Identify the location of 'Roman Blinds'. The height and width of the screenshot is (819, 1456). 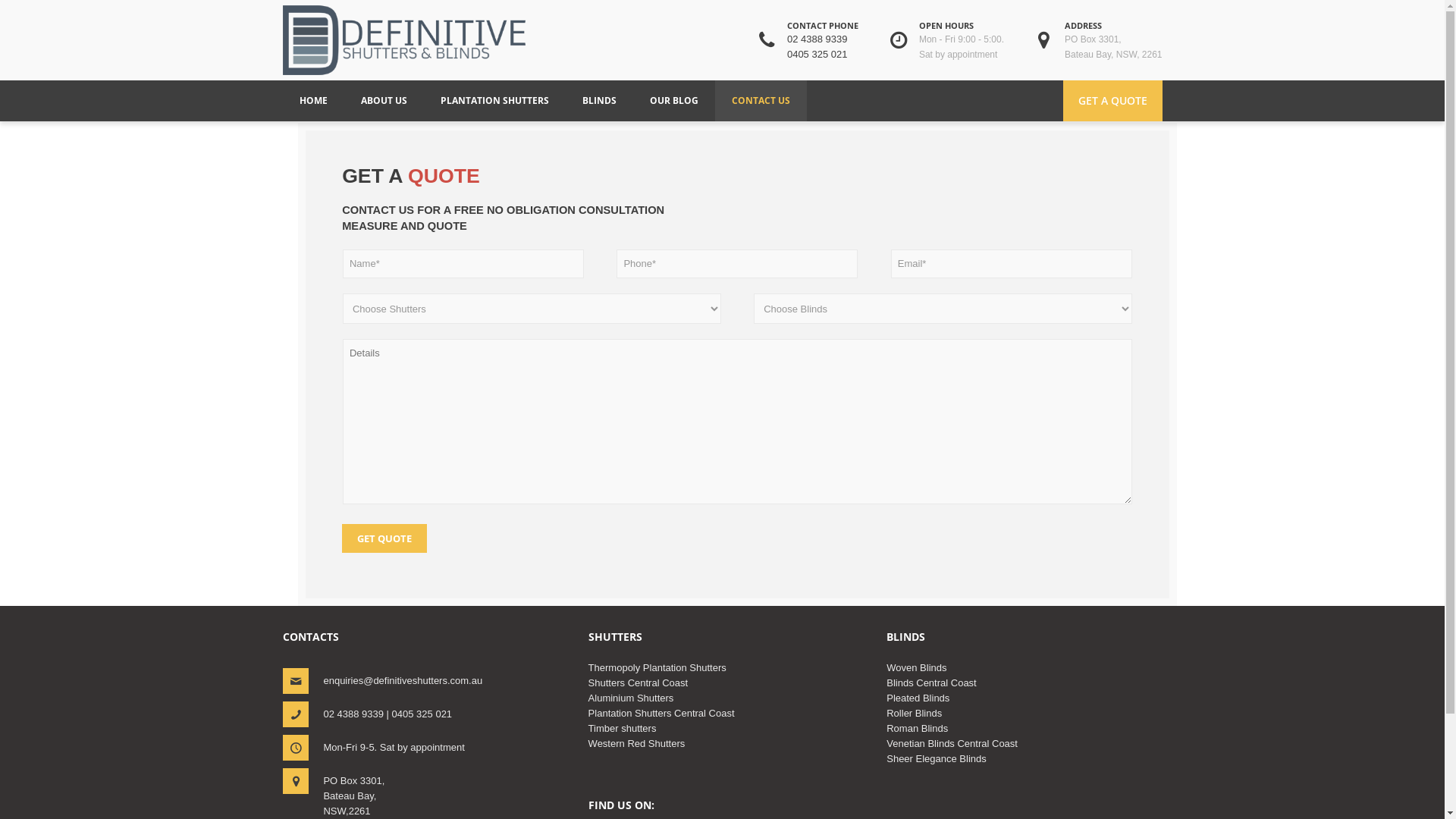
(916, 727).